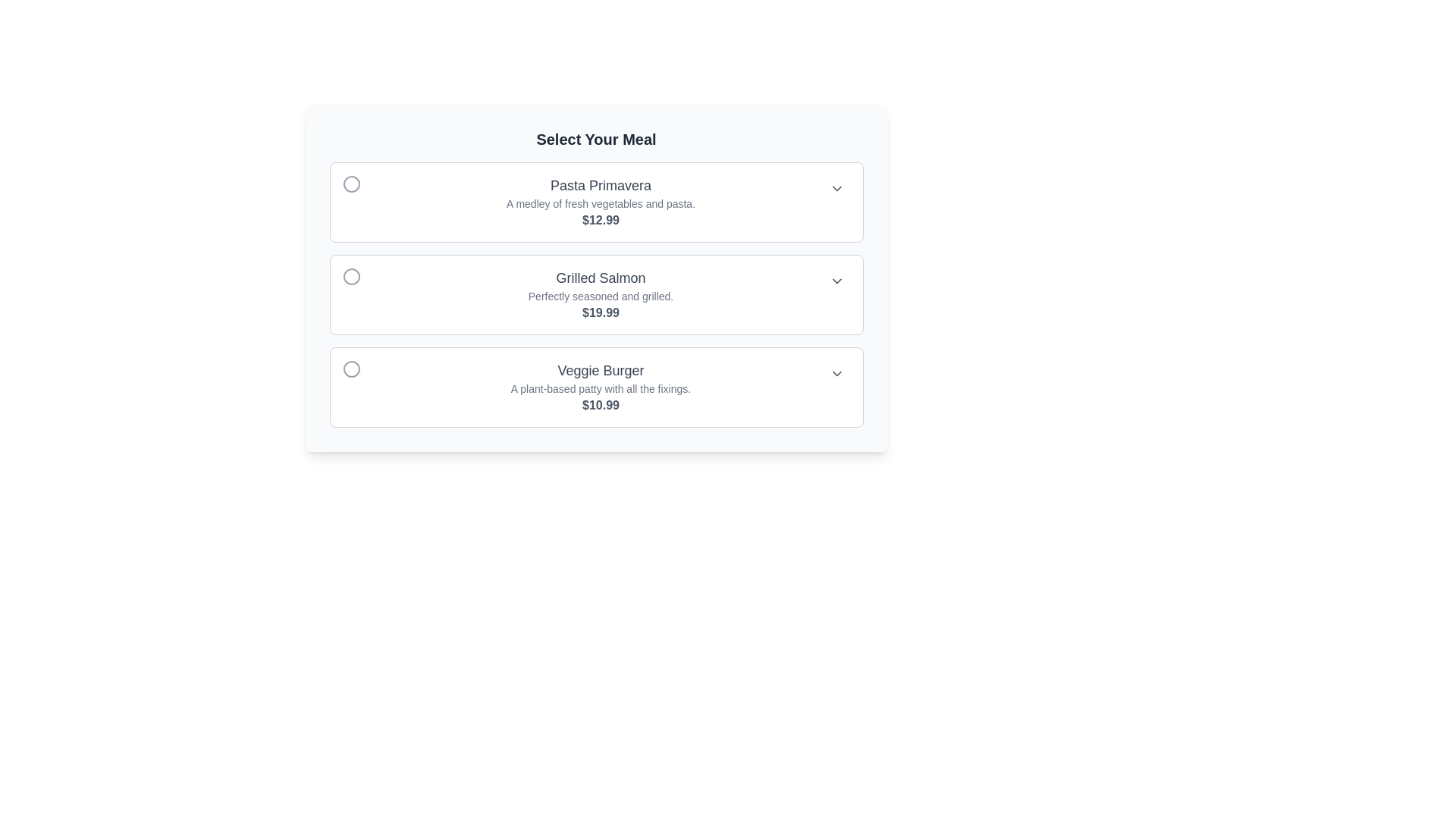 The width and height of the screenshot is (1456, 819). What do you see at coordinates (350, 369) in the screenshot?
I see `the circular radiobutton` at bounding box center [350, 369].